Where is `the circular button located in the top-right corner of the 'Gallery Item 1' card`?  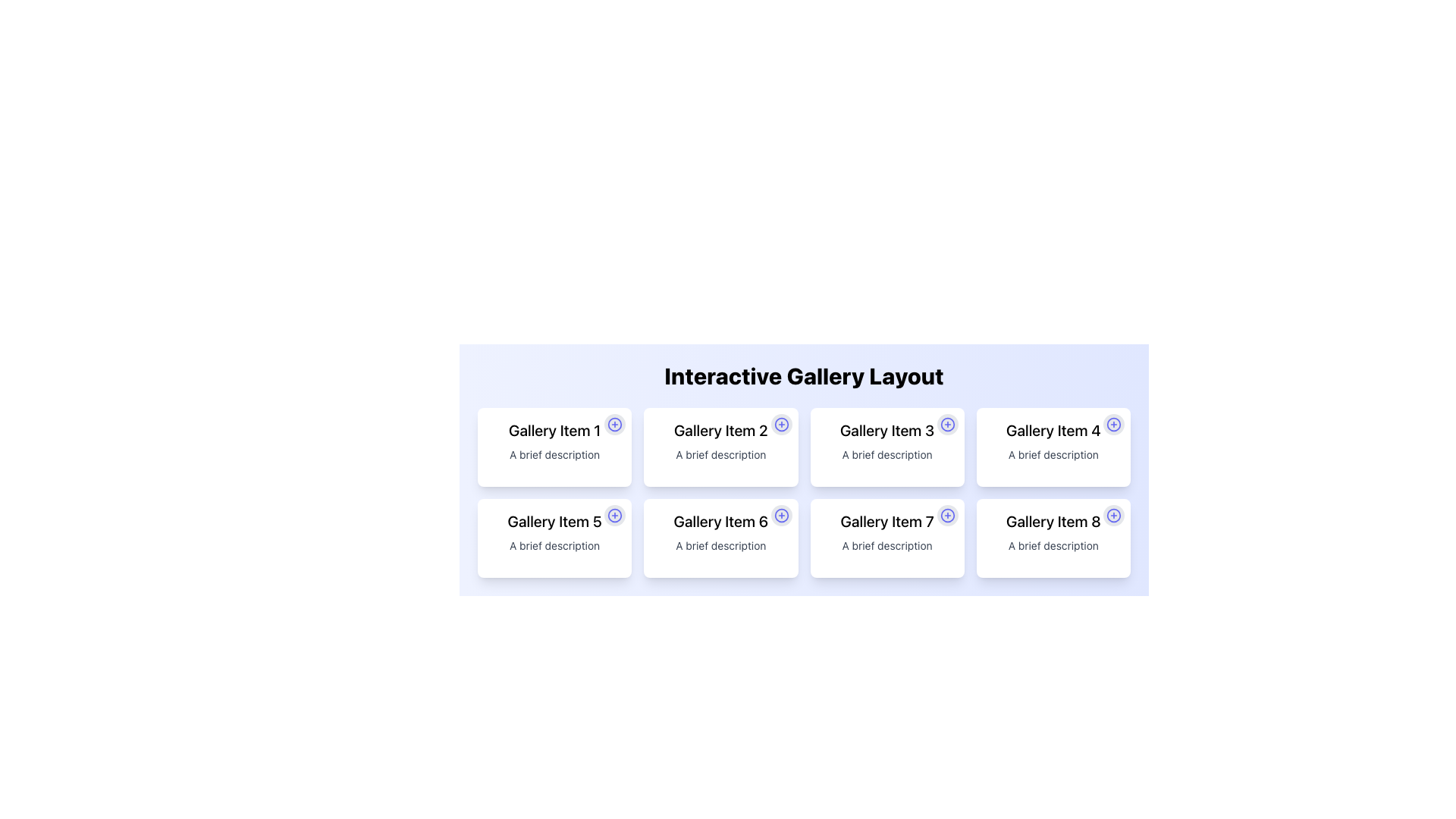
the circular button located in the top-right corner of the 'Gallery Item 1' card is located at coordinates (615, 424).